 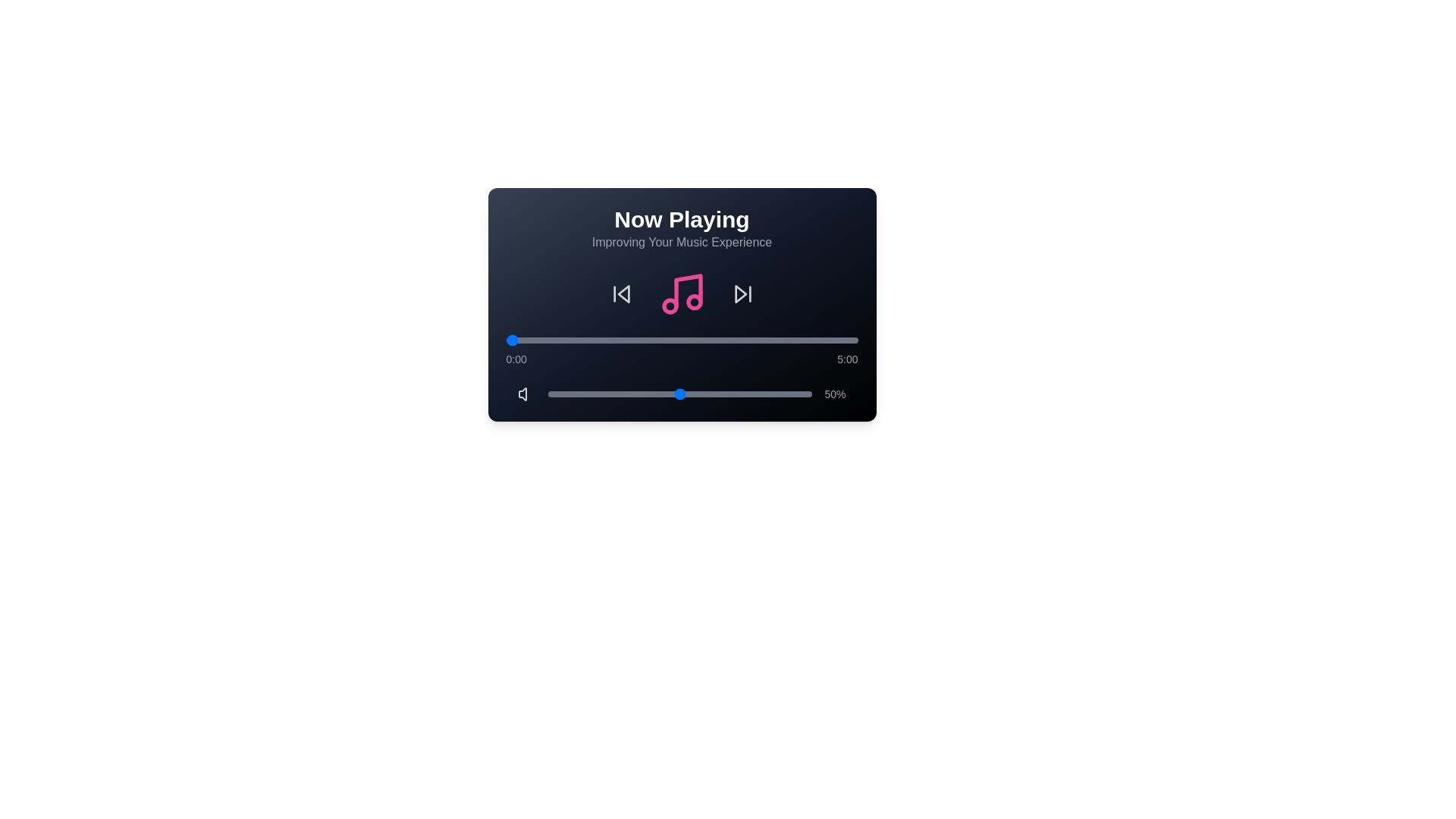 I want to click on the playback progress to 230 seconds, so click(x=776, y=339).